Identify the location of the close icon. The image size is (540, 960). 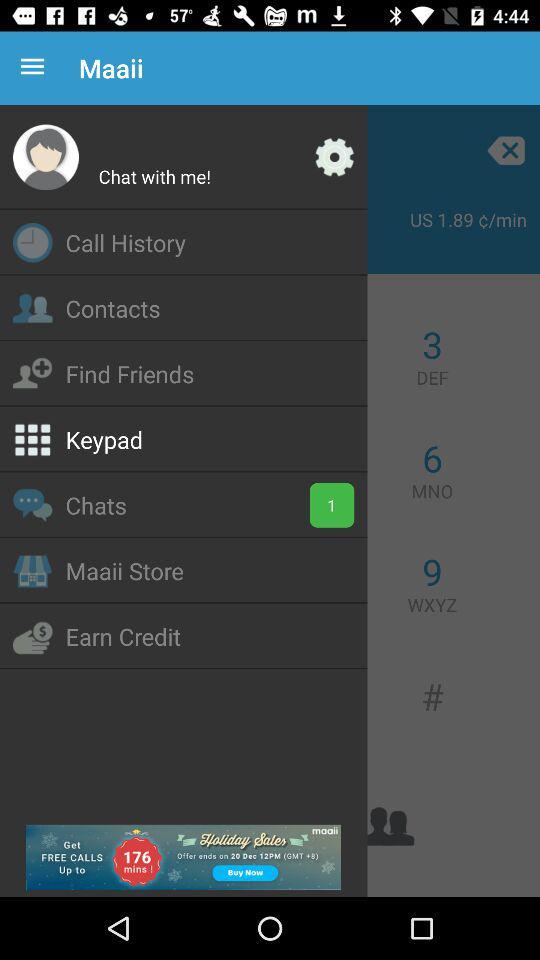
(507, 149).